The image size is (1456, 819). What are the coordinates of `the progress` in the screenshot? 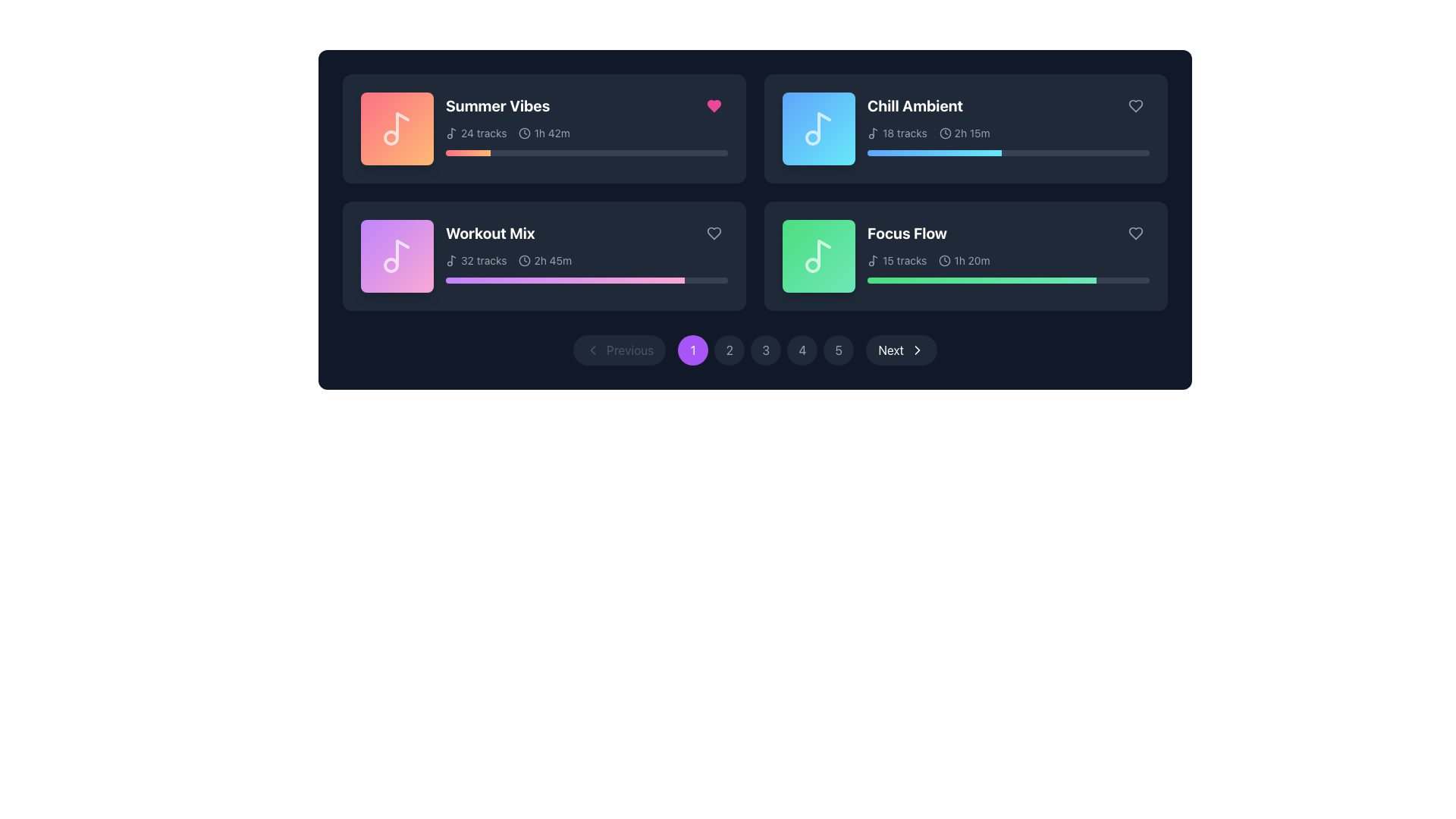 It's located at (445, 152).